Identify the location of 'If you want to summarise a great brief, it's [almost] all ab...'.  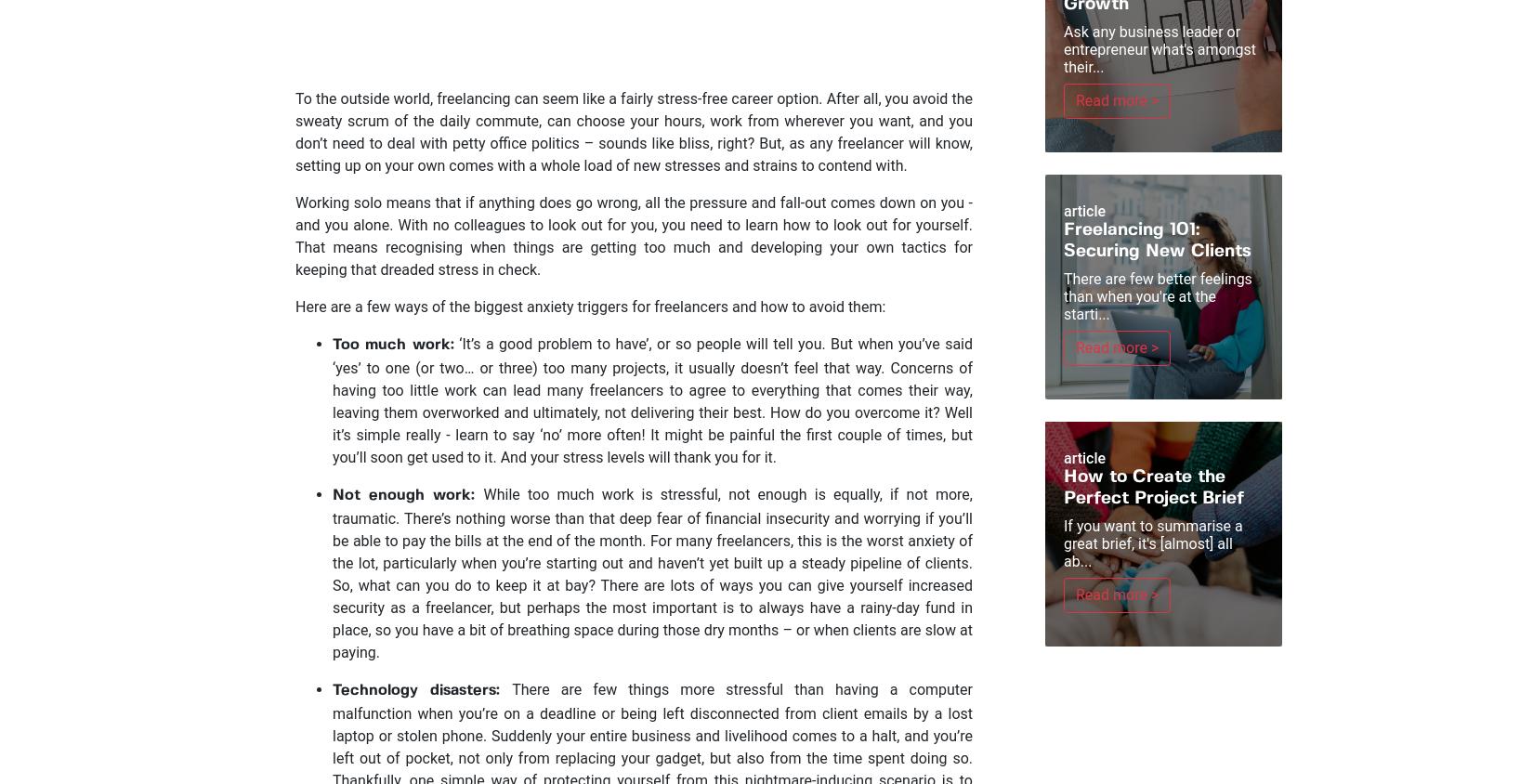
(1151, 543).